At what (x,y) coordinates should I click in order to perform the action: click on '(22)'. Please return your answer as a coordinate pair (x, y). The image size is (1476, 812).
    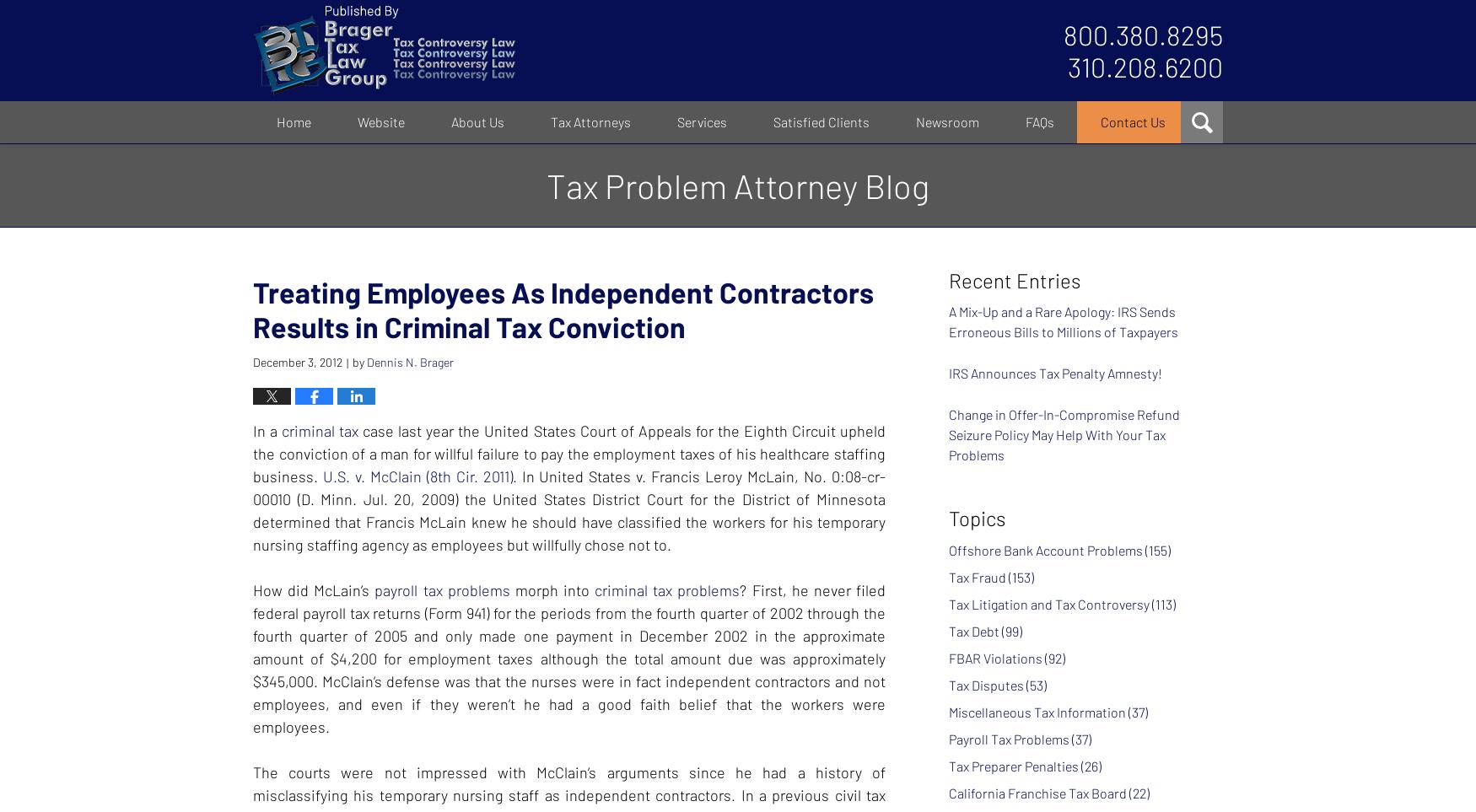
    Looking at the image, I should click on (1139, 792).